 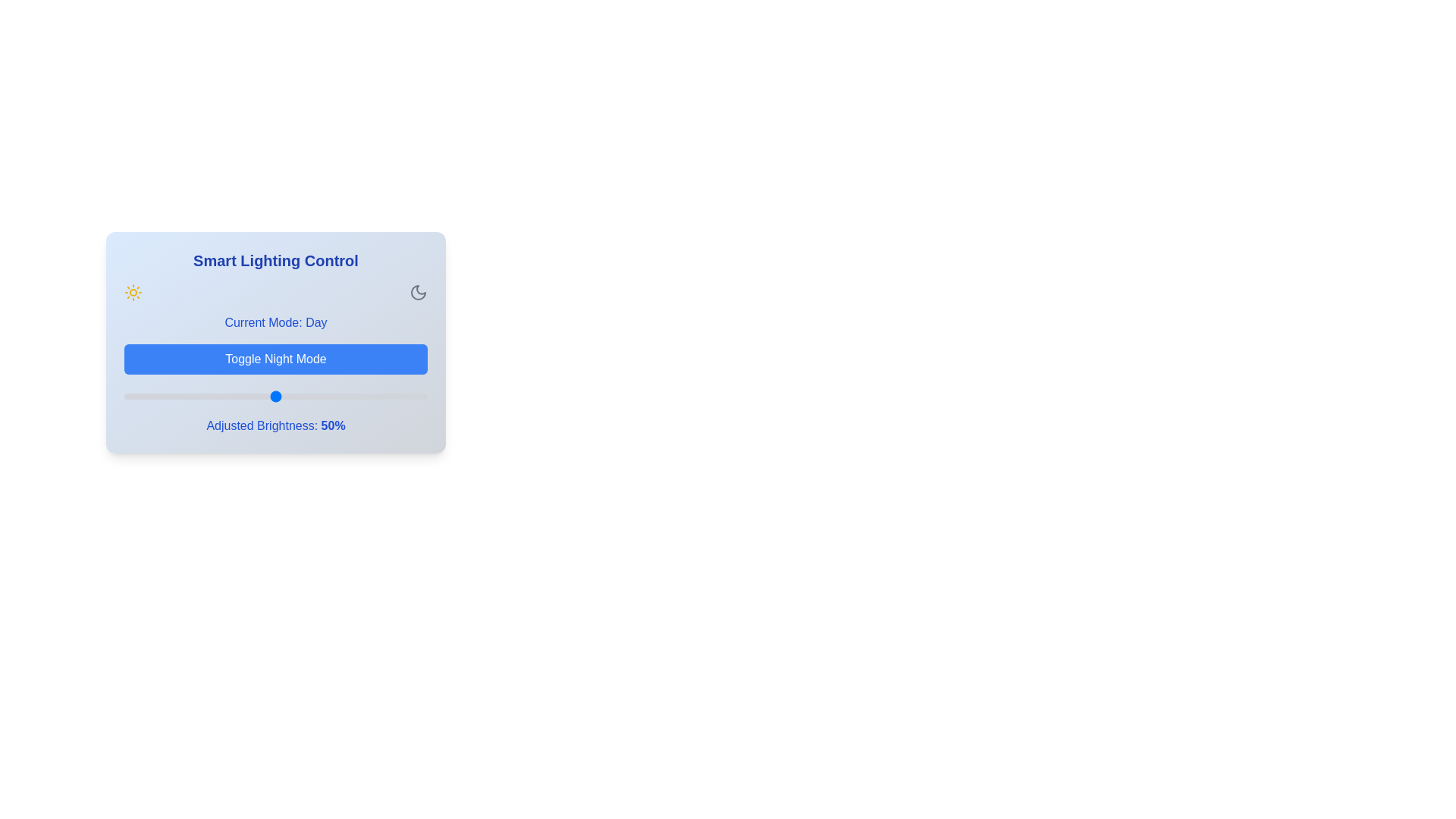 What do you see at coordinates (170, 396) in the screenshot?
I see `the brightness level` at bounding box center [170, 396].